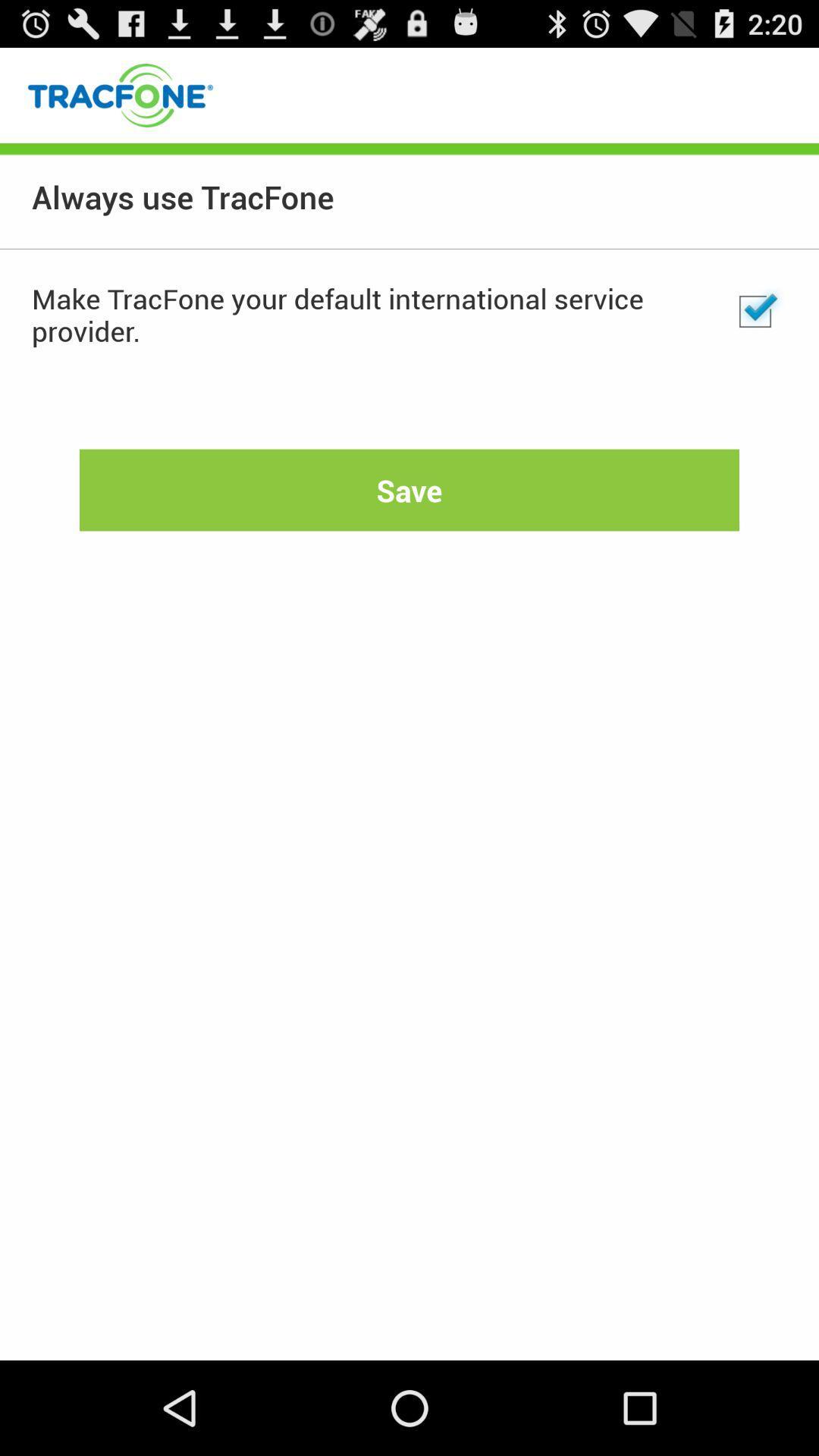  I want to click on save item, so click(409, 490).